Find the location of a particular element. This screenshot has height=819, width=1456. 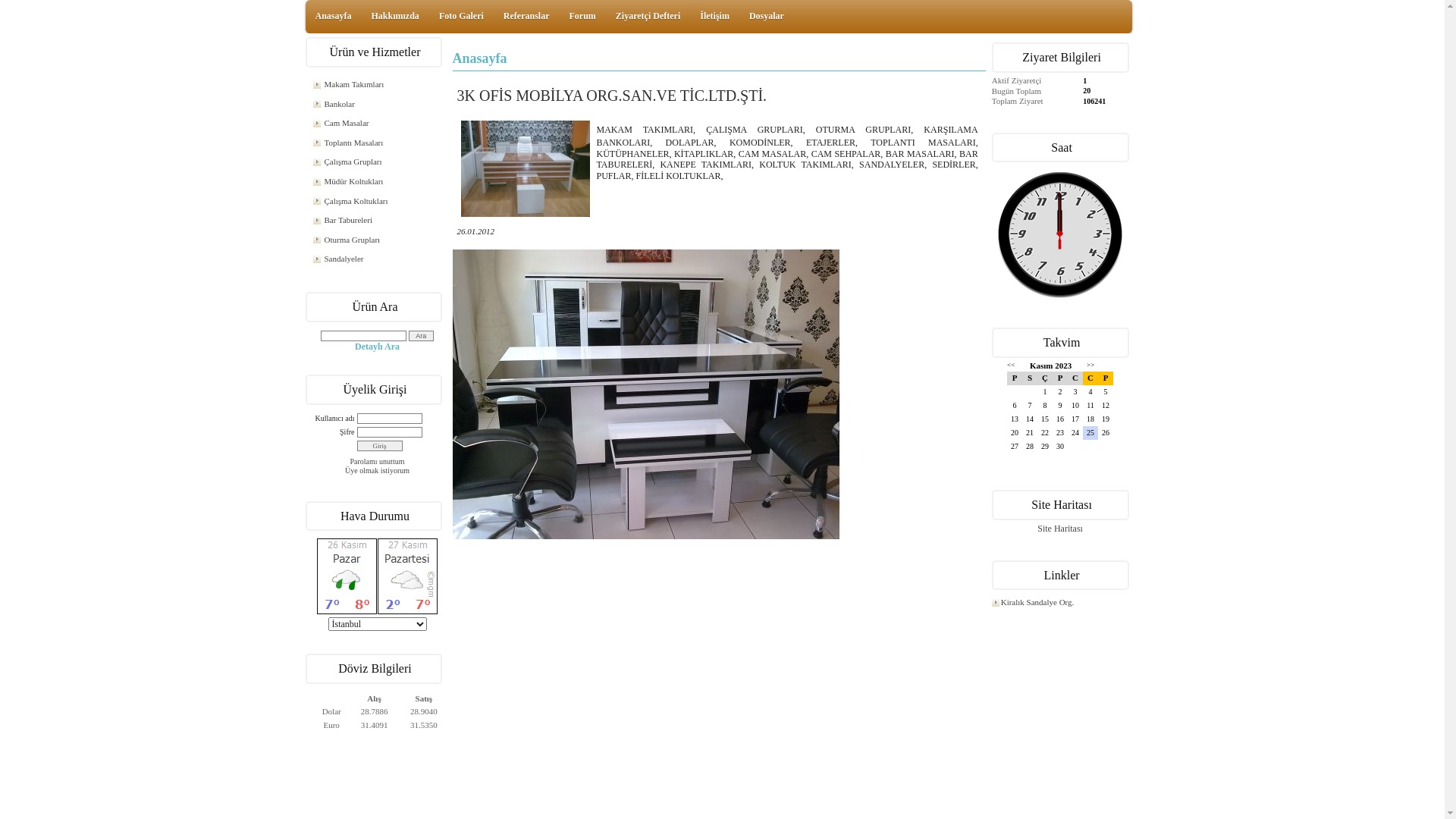

'17' is located at coordinates (1074, 419).